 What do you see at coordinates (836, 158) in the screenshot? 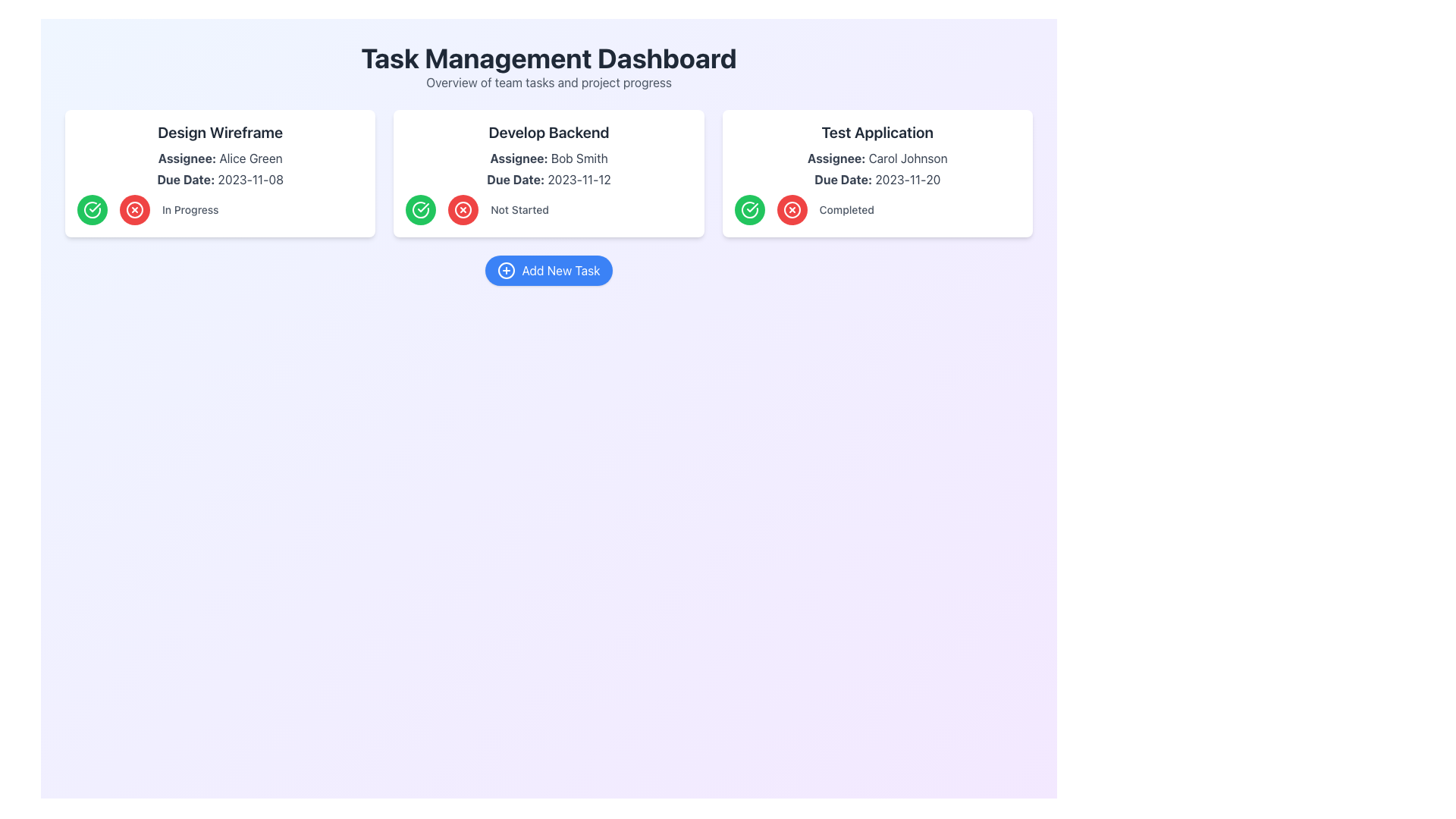
I see `the text label reading 'Assignee:' styled in dark gray and bold font, located in the 'Test Application' task card above the assignee's name, Carol Johnson` at bounding box center [836, 158].